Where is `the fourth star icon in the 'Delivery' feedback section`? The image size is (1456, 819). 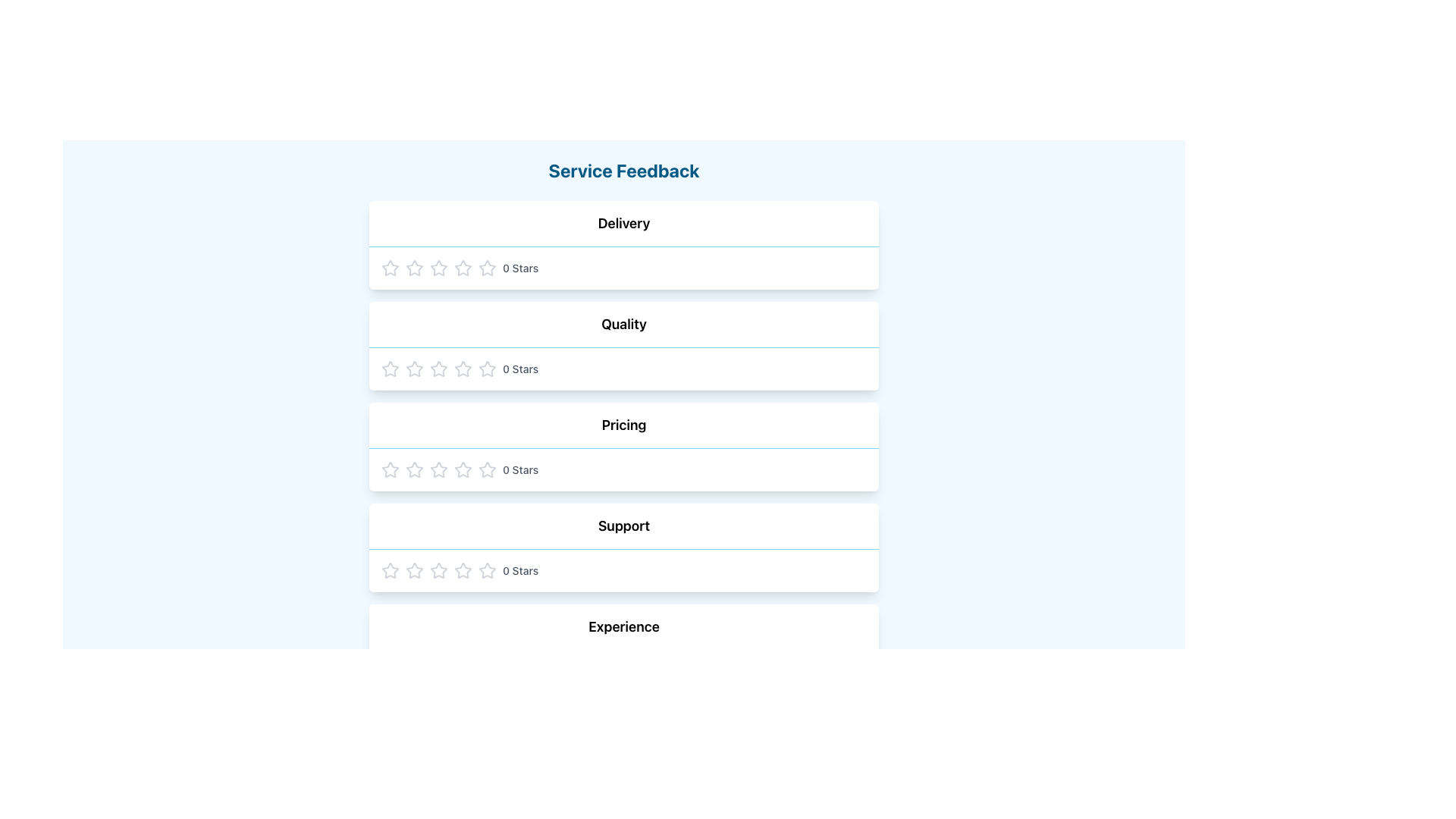 the fourth star icon in the 'Delivery' feedback section is located at coordinates (438, 268).